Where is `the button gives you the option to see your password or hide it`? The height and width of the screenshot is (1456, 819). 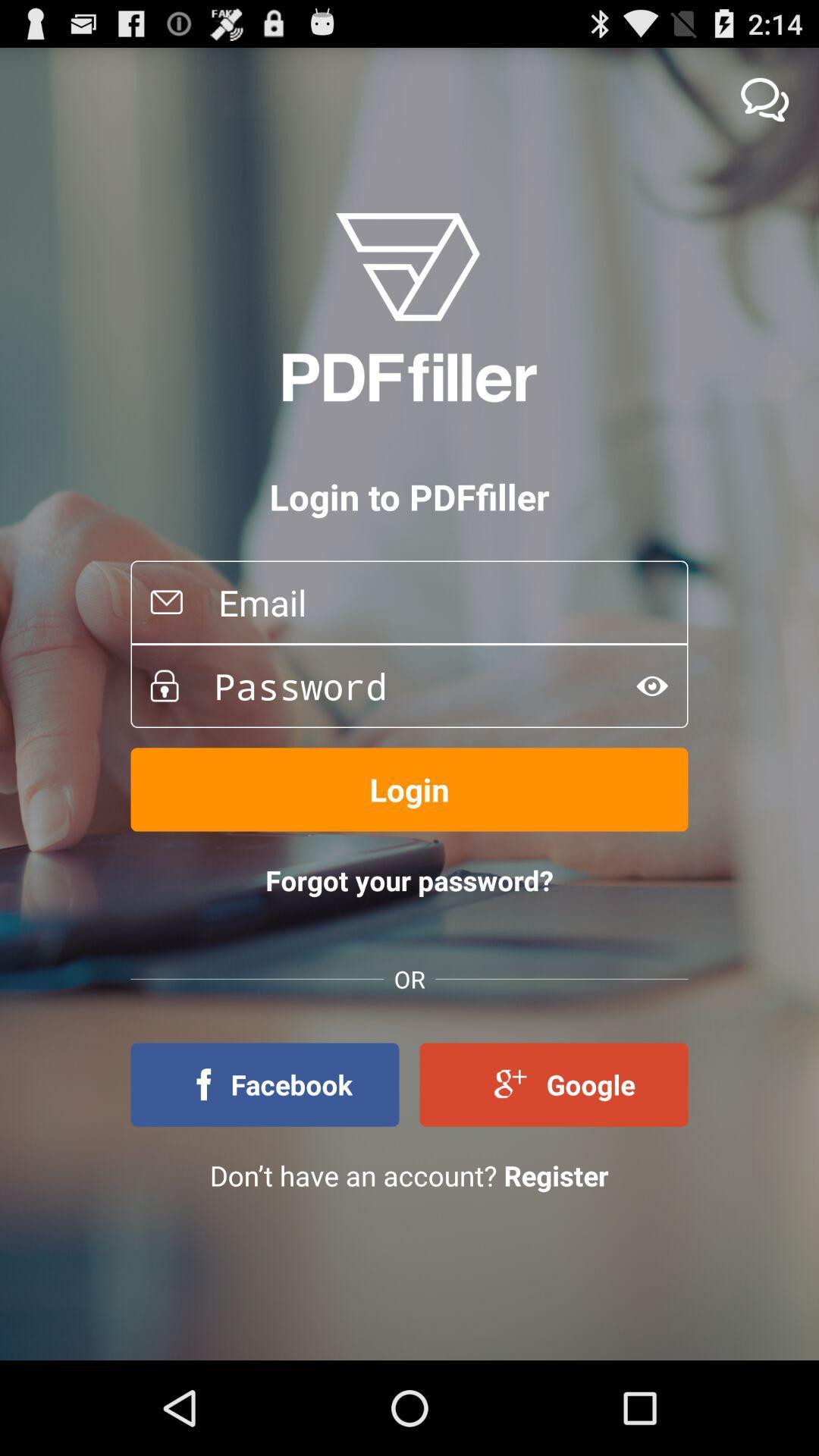 the button gives you the option to see your password or hide it is located at coordinates (651, 685).